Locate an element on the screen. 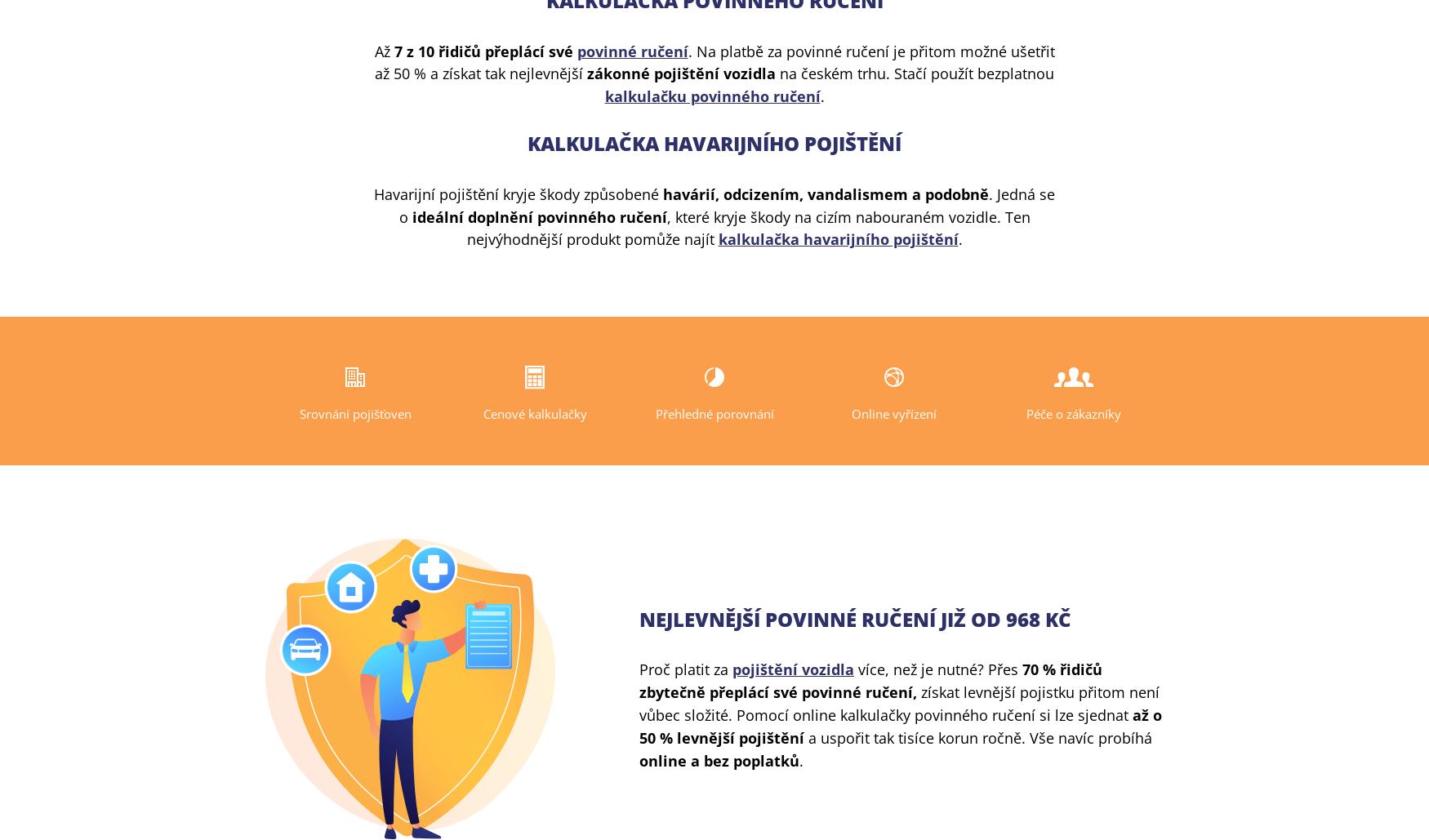 This screenshot has height=840, width=1429. 'zákonné pojištění vozidla' is located at coordinates (587, 73).